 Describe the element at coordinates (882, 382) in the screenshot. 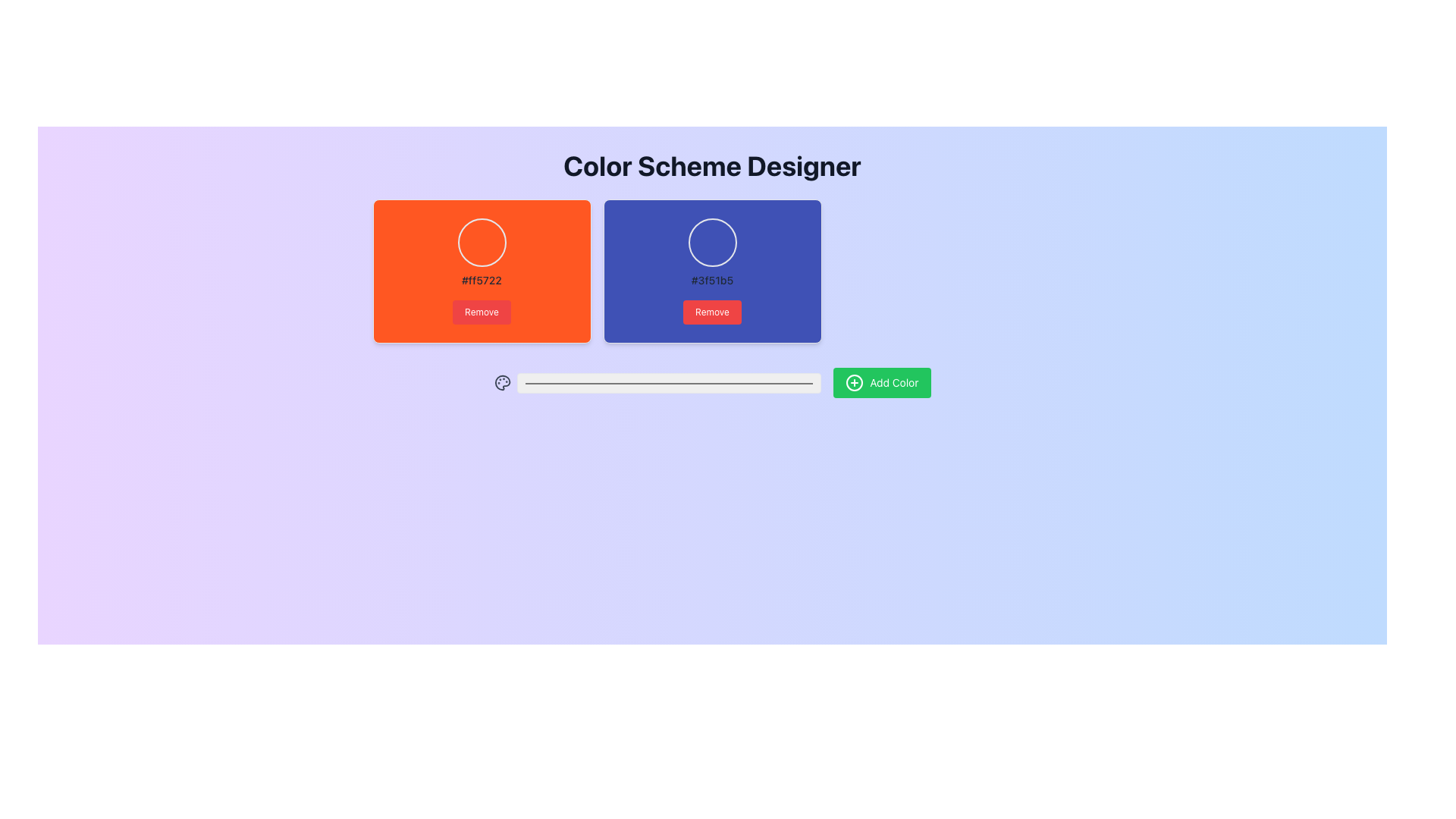

I see `the button located at the far right of the interface, which is used` at that location.